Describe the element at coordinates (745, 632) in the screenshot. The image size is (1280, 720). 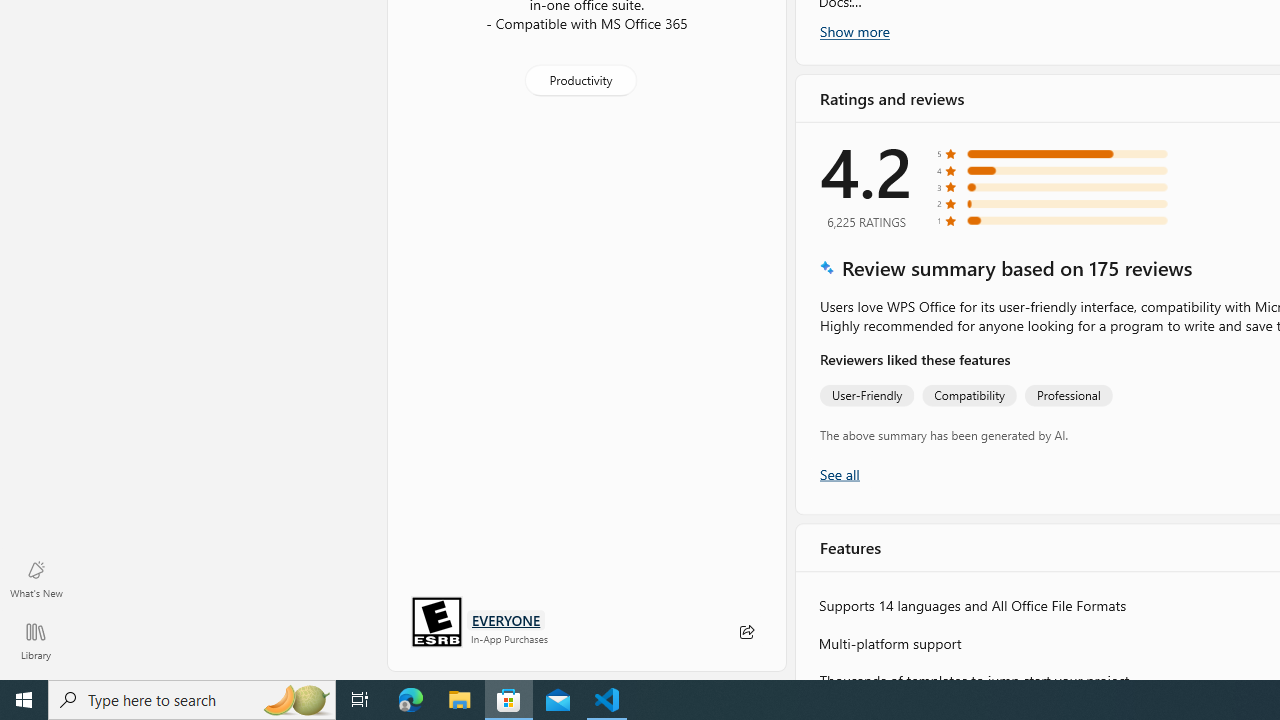
I see `'Share'` at that location.